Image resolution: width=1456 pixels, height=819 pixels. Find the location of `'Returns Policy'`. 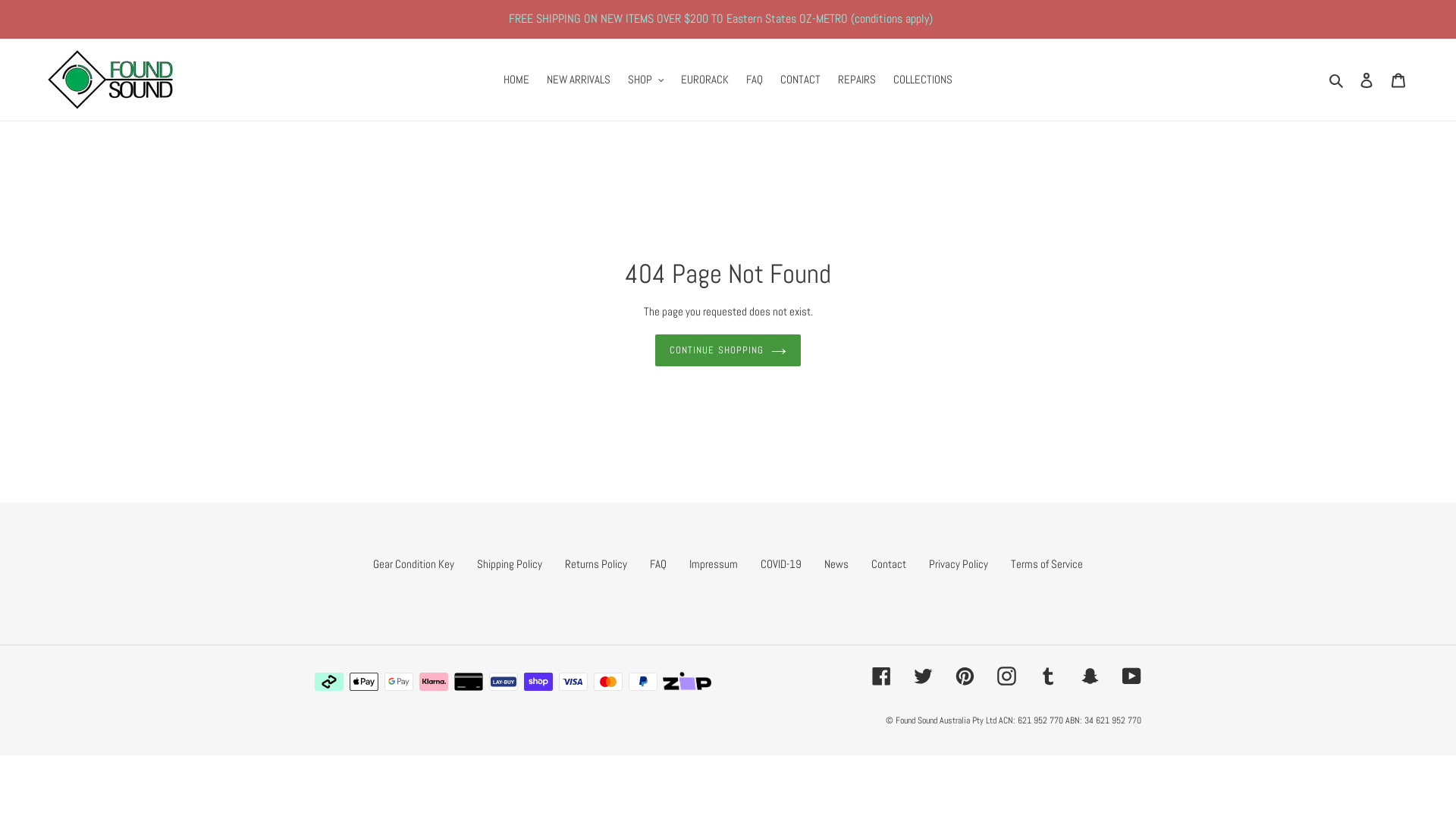

'Returns Policy' is located at coordinates (595, 563).